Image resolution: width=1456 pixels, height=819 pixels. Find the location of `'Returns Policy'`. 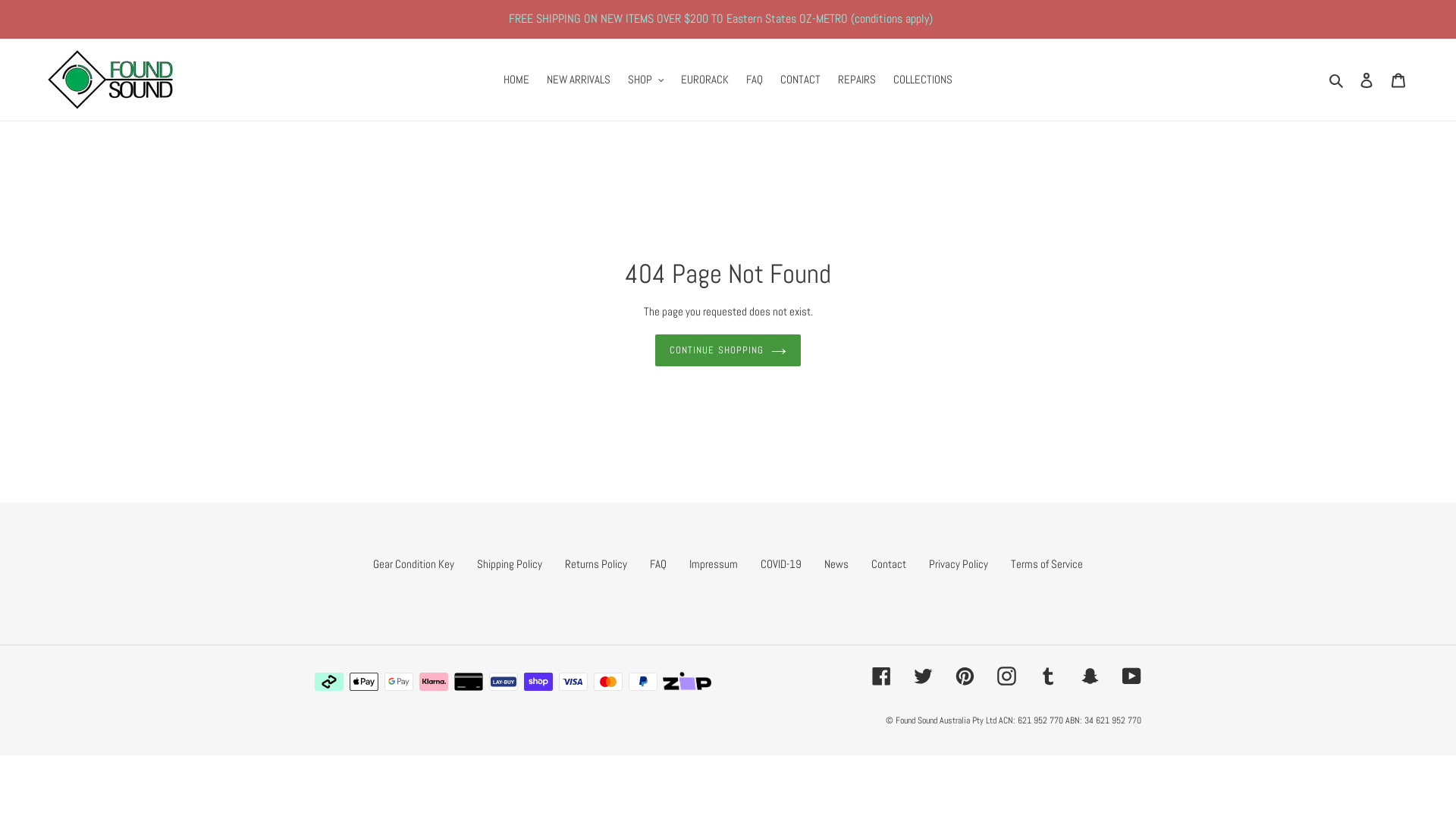

'Returns Policy' is located at coordinates (595, 563).